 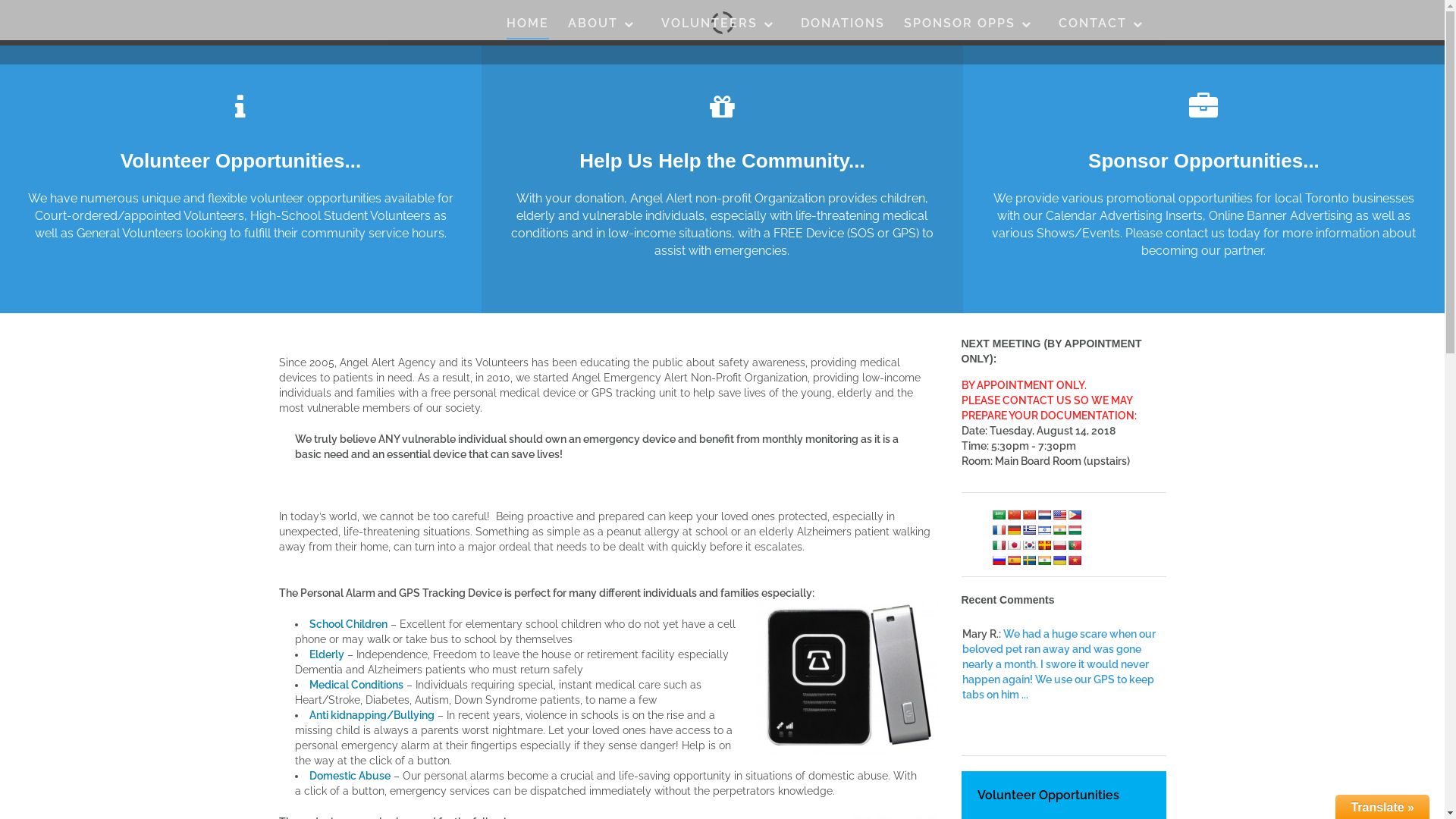 What do you see at coordinates (1043, 529) in the screenshot?
I see `'Hebrew'` at bounding box center [1043, 529].